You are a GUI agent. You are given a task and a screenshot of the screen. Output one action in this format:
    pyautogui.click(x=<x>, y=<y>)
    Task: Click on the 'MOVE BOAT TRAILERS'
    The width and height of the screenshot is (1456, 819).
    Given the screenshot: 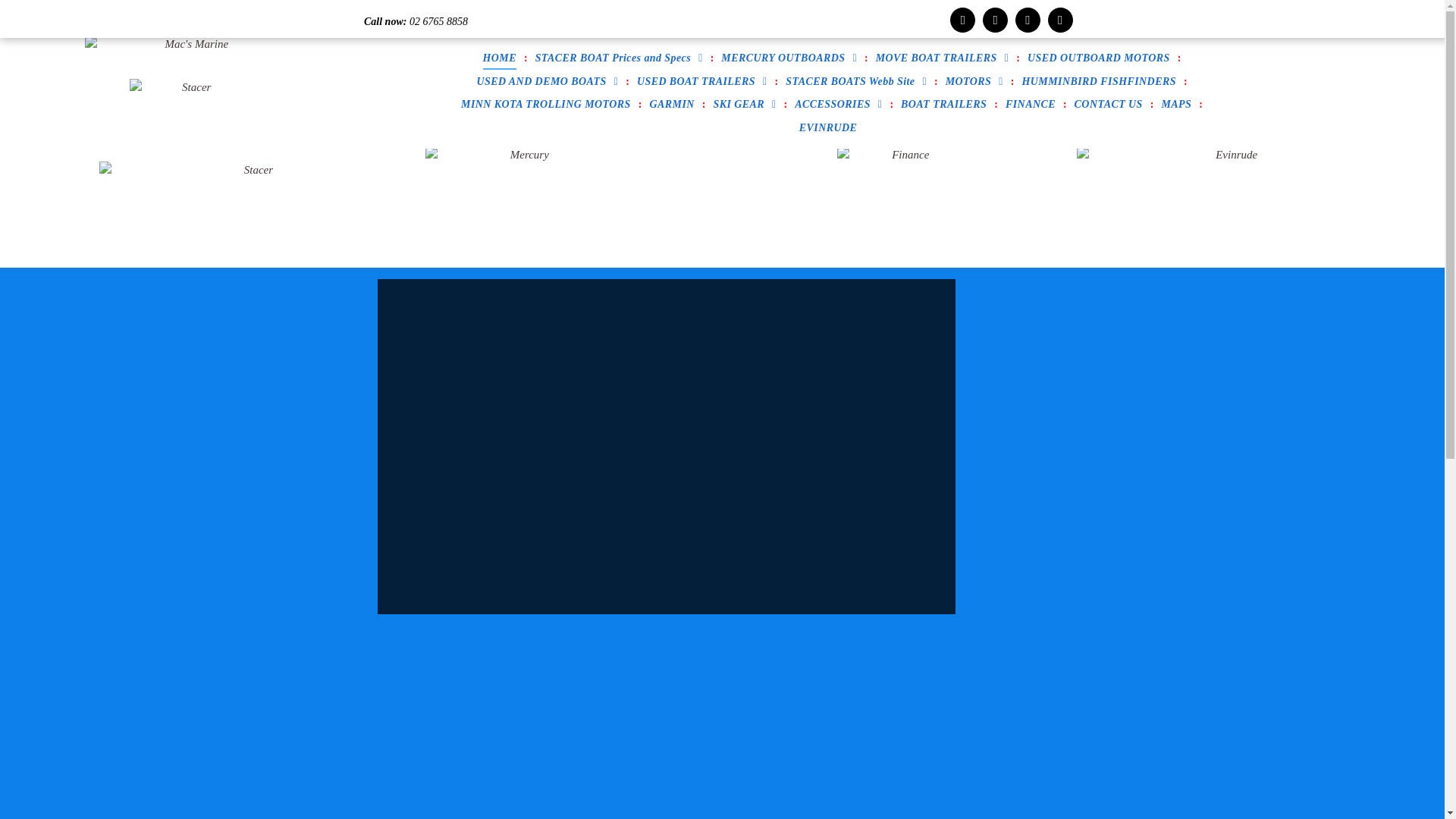 What is the action you would take?
    pyautogui.click(x=942, y=58)
    